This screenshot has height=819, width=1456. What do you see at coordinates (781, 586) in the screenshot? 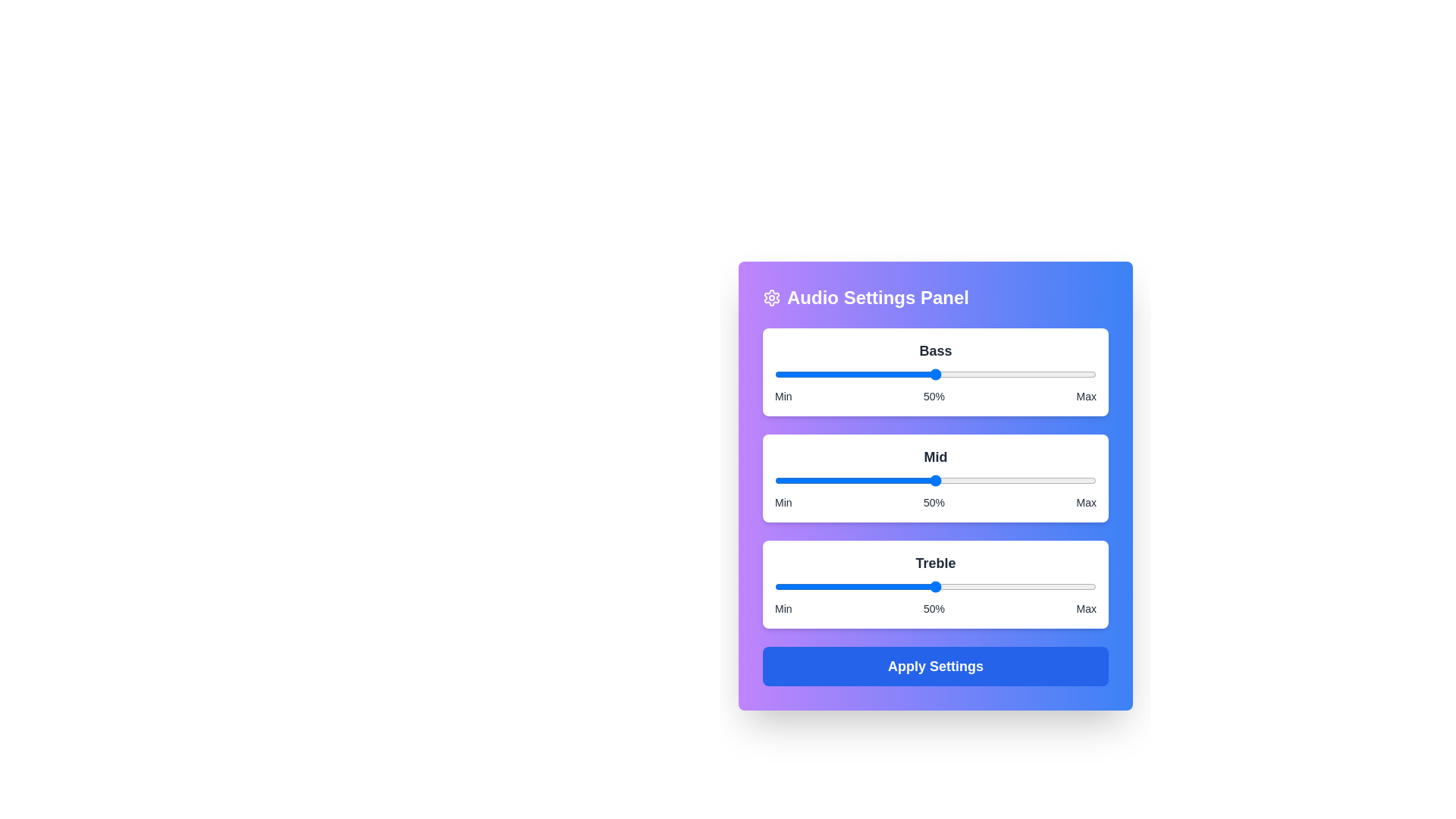
I see `the treble level` at bounding box center [781, 586].